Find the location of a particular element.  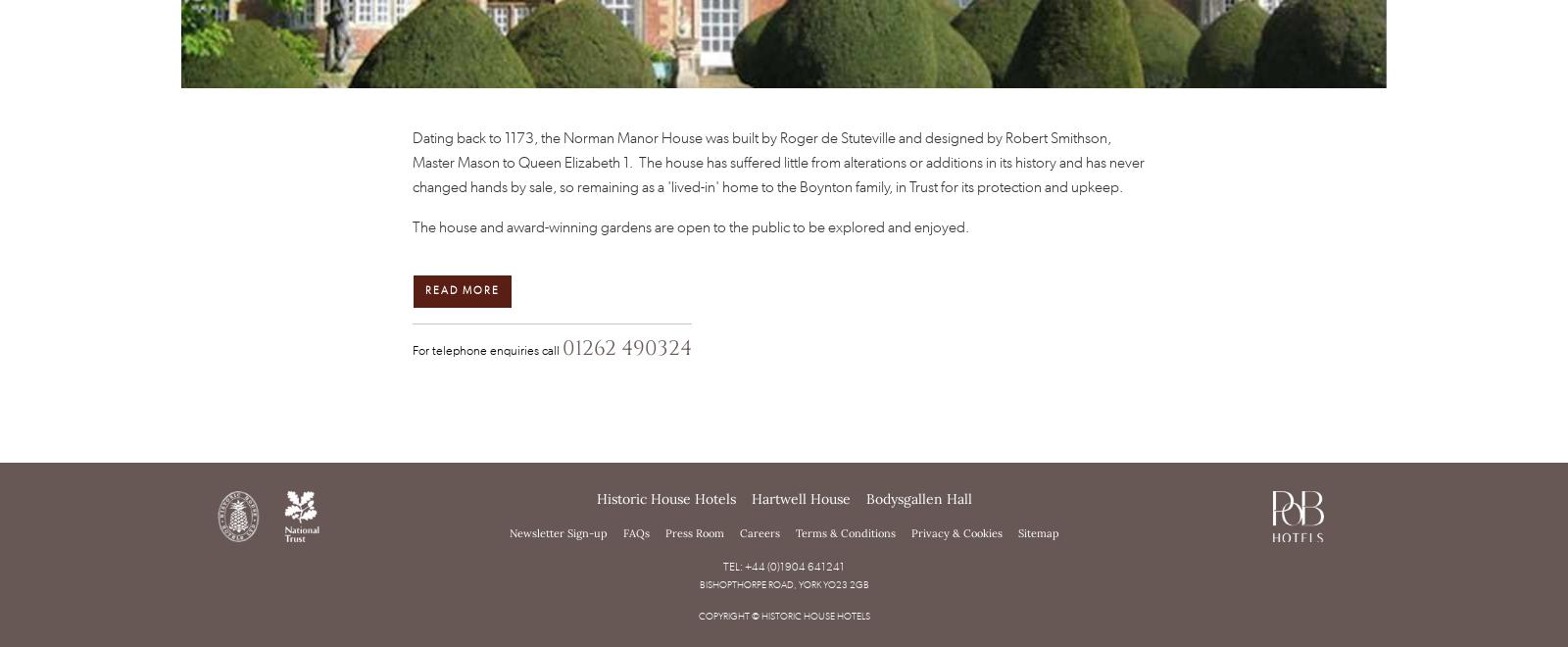

'Sitemap' is located at coordinates (1038, 531).